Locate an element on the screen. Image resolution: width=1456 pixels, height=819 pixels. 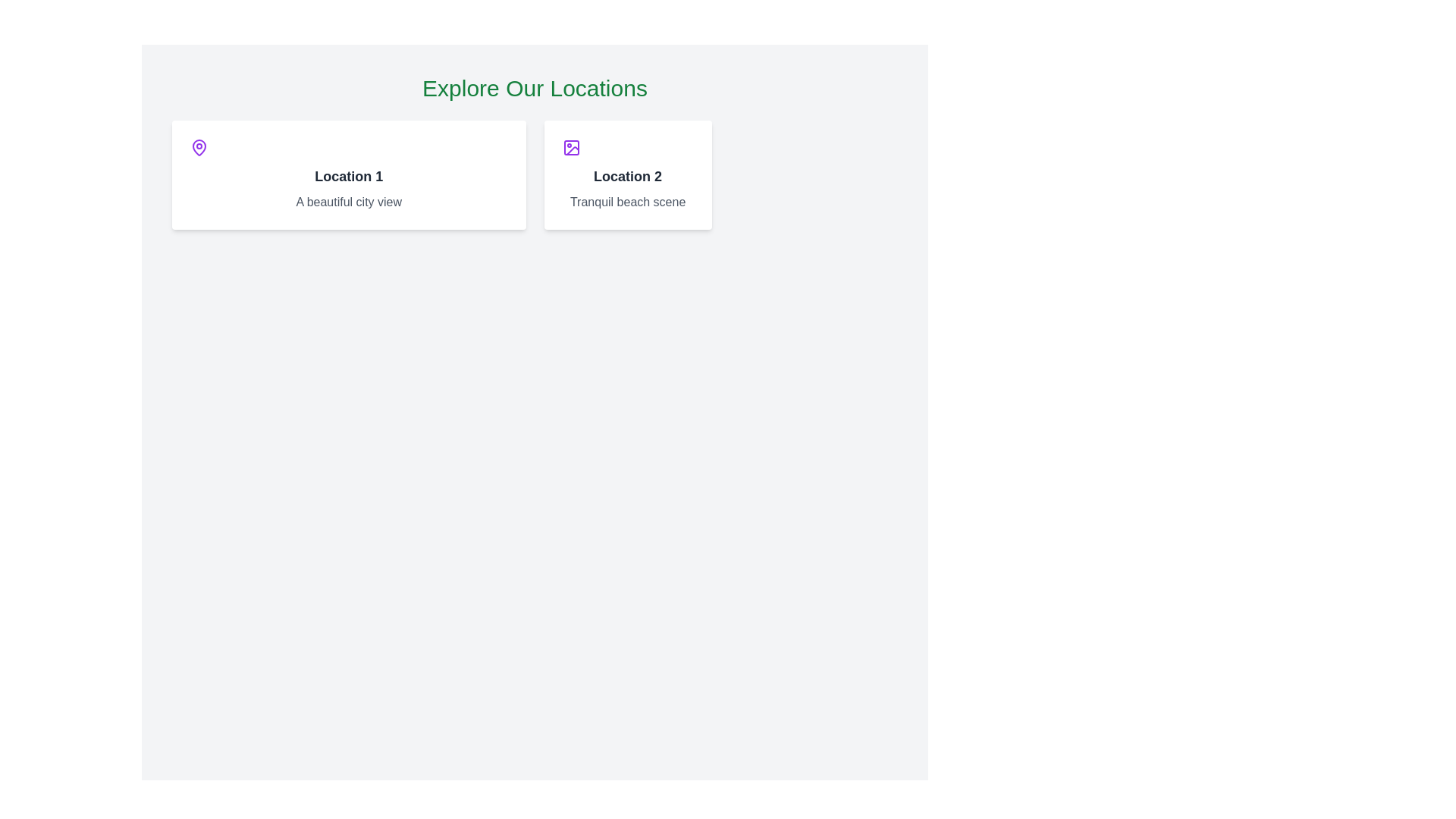
text label that describes 'Location 2' as a 'Tranquil beach scene', located below the title within the card component for 'Location 2' is located at coordinates (628, 201).